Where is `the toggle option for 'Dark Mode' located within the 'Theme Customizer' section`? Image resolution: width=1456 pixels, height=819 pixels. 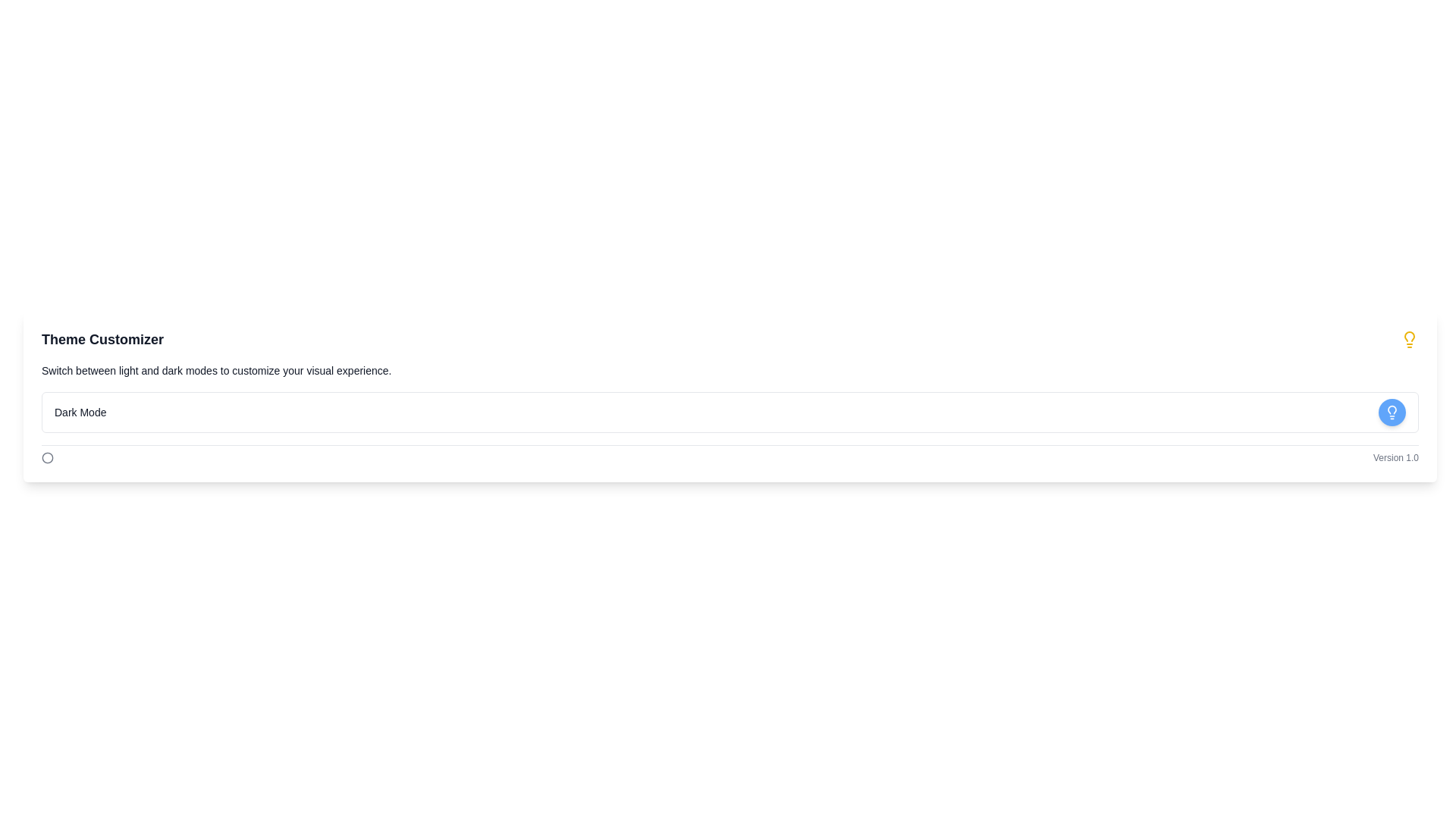 the toggle option for 'Dark Mode' located within the 'Theme Customizer' section is located at coordinates (730, 412).